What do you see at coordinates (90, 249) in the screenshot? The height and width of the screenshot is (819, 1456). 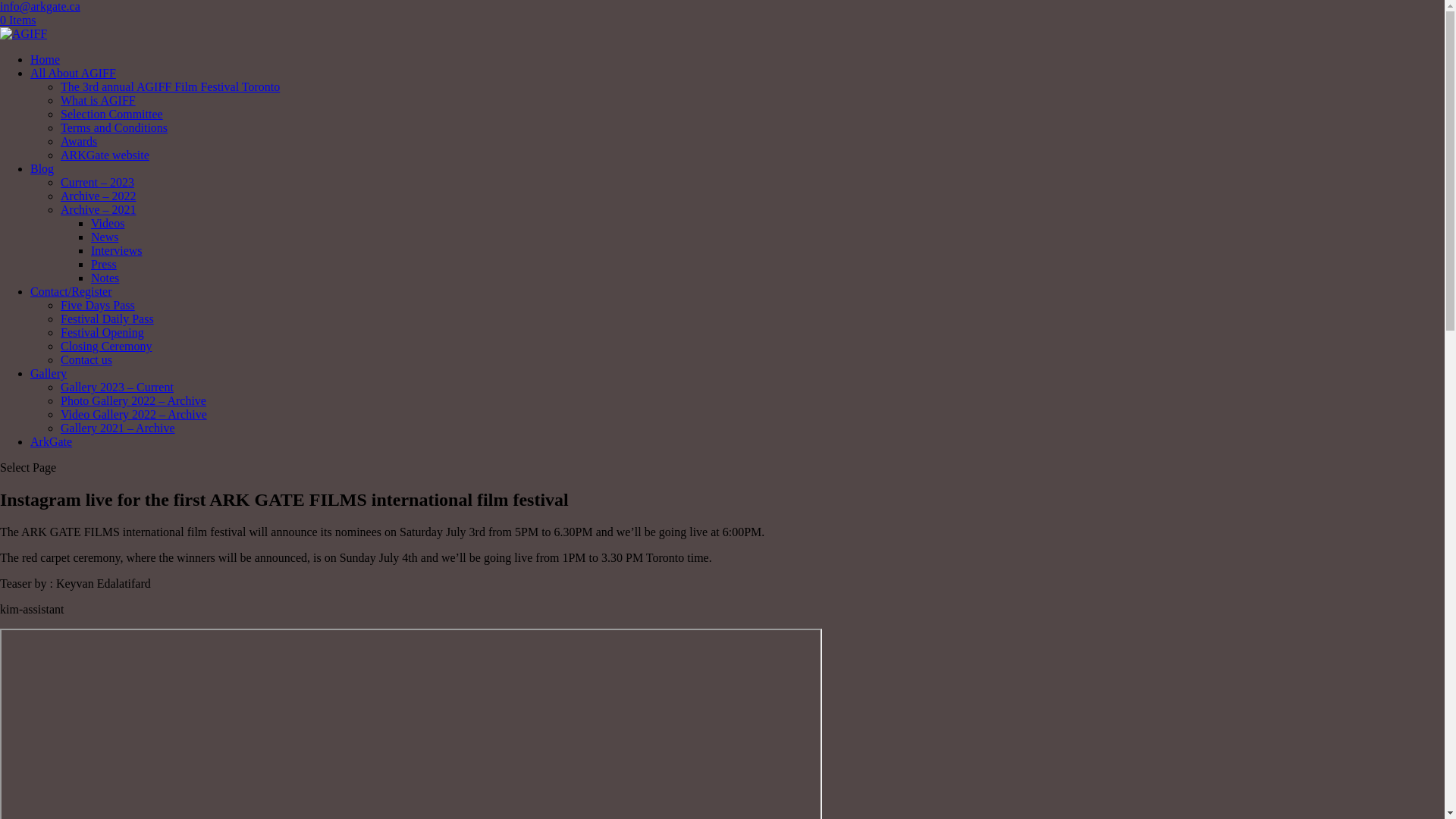 I see `'Interviews'` at bounding box center [90, 249].